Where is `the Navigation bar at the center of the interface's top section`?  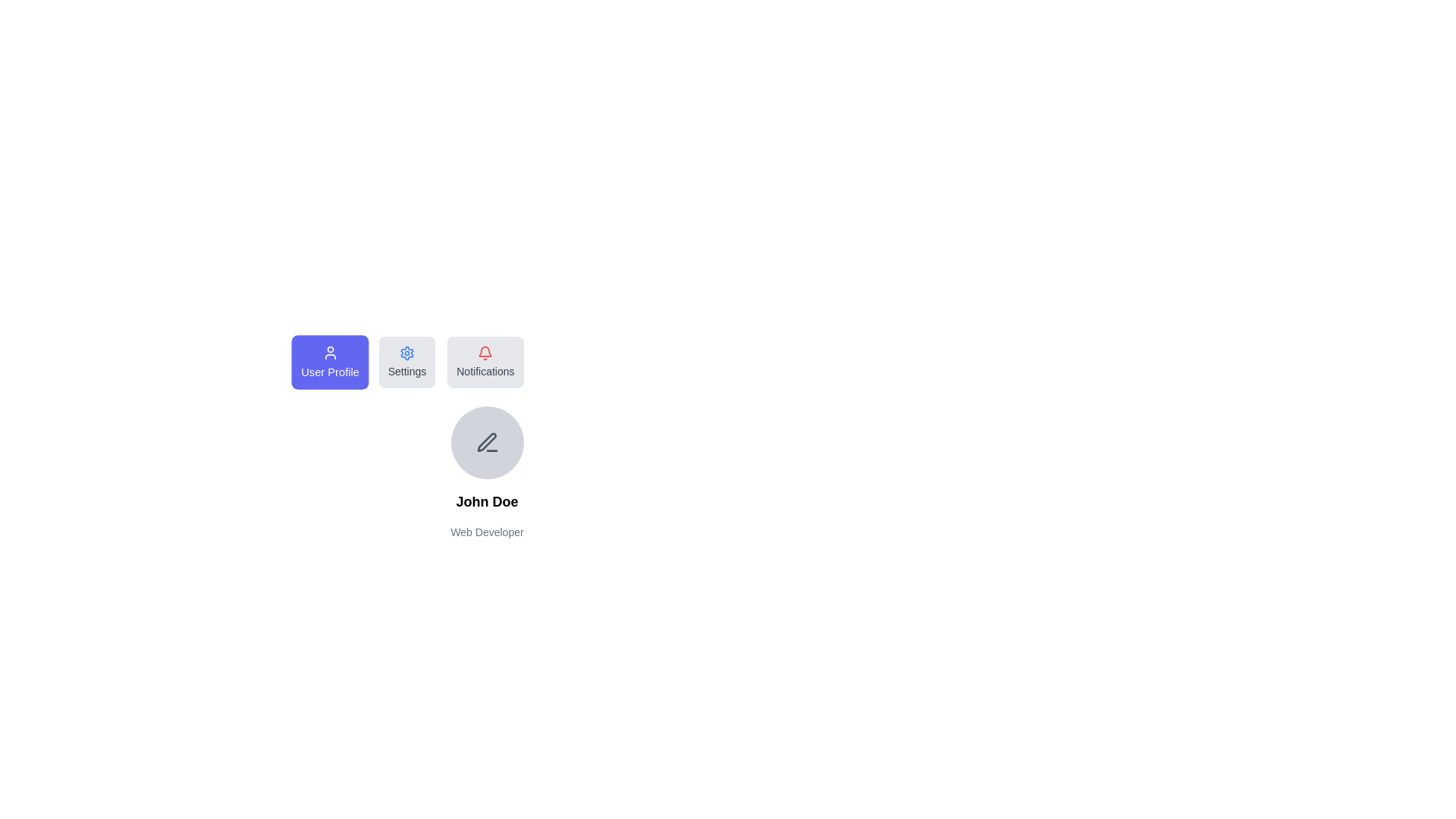 the Navigation bar at the center of the interface's top section is located at coordinates (487, 362).